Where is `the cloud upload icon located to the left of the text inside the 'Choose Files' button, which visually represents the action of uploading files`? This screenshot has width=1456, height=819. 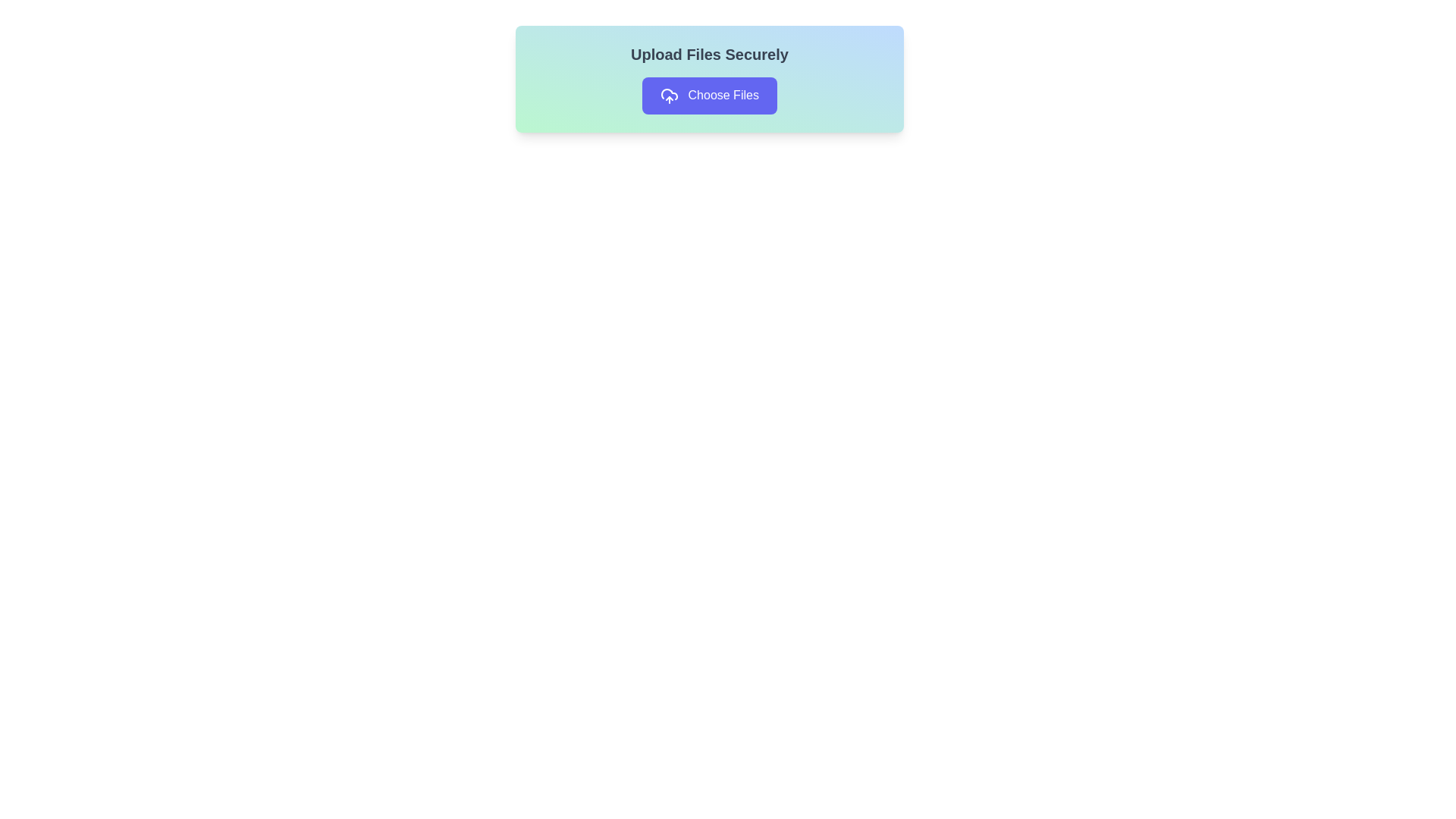
the cloud upload icon located to the left of the text inside the 'Choose Files' button, which visually represents the action of uploading files is located at coordinates (669, 96).